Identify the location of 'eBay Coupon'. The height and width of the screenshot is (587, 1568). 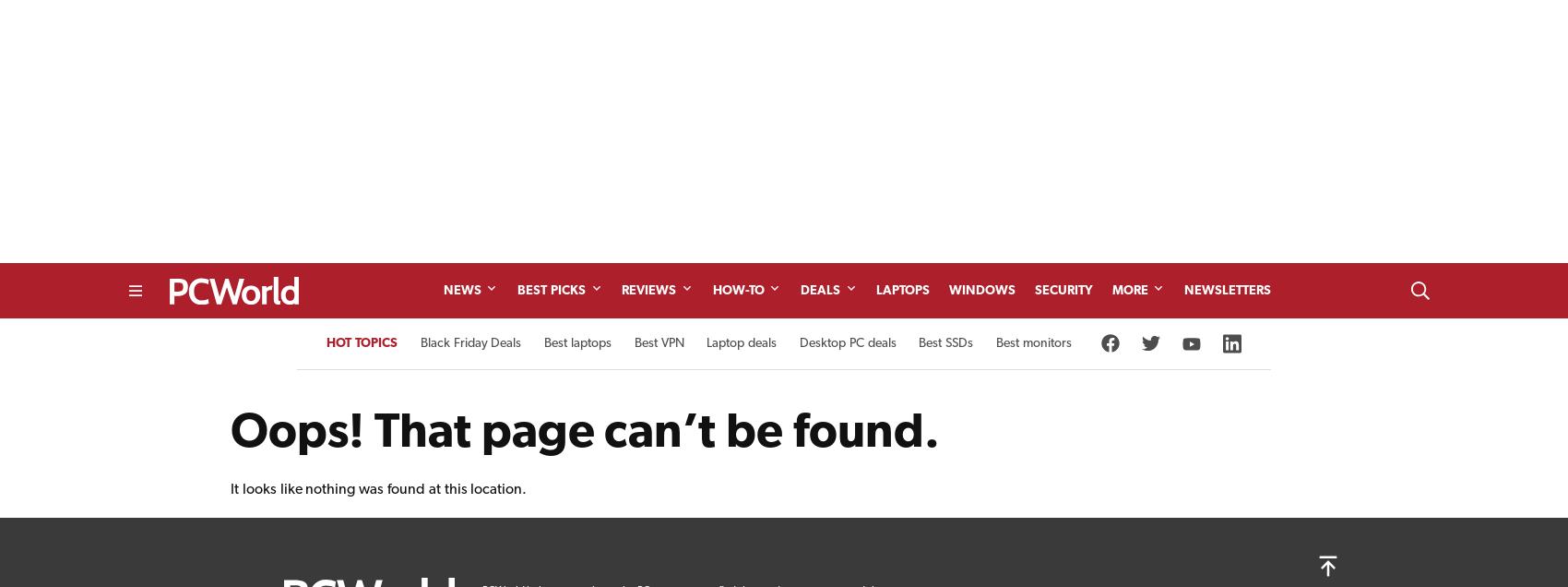
(1079, 415).